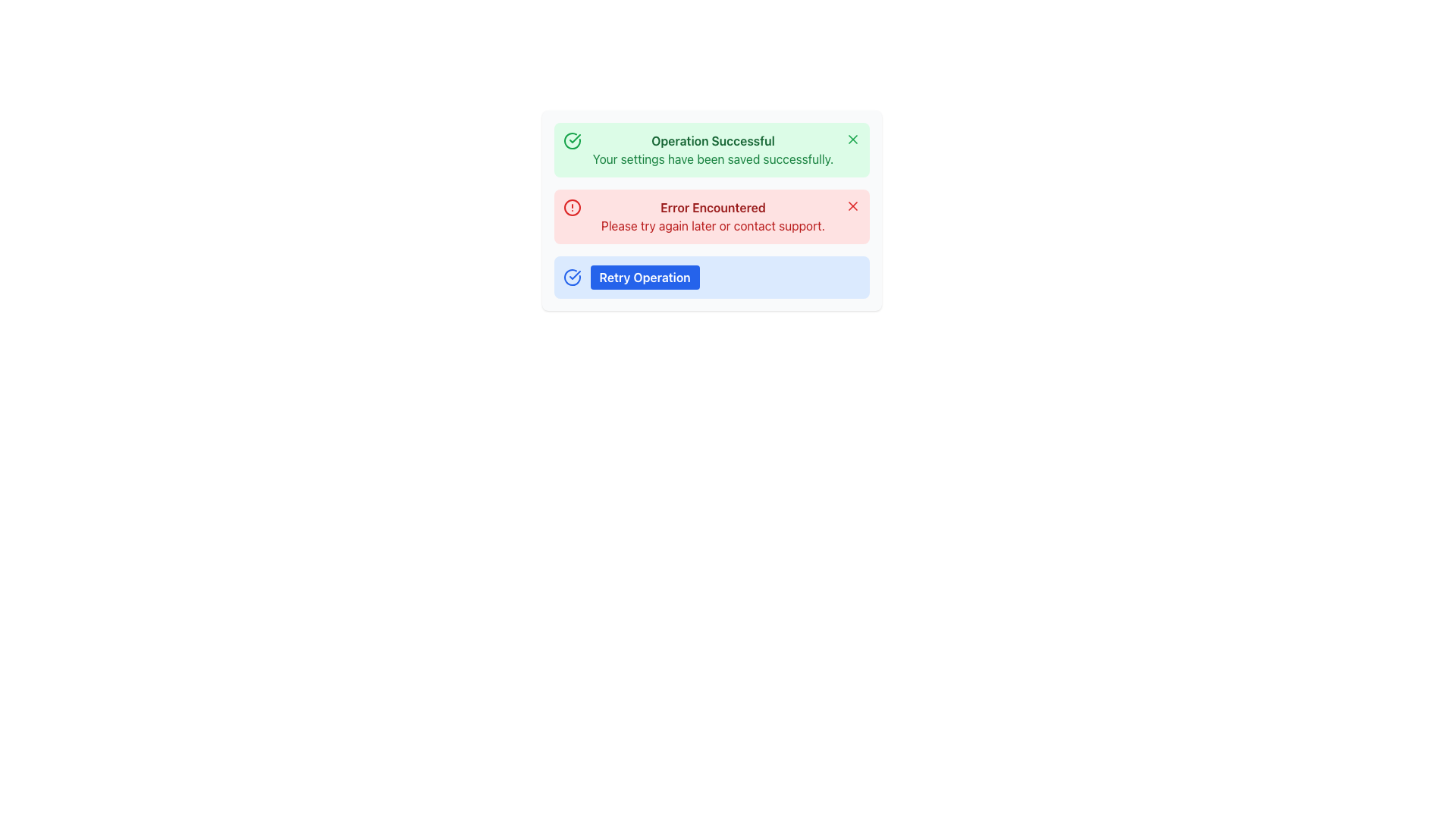 This screenshot has width=1456, height=819. What do you see at coordinates (571, 278) in the screenshot?
I see `the blue circular icon with a checkmark located to the left of the 'Retry Operation' button at the bottom of the status messages panel` at bounding box center [571, 278].